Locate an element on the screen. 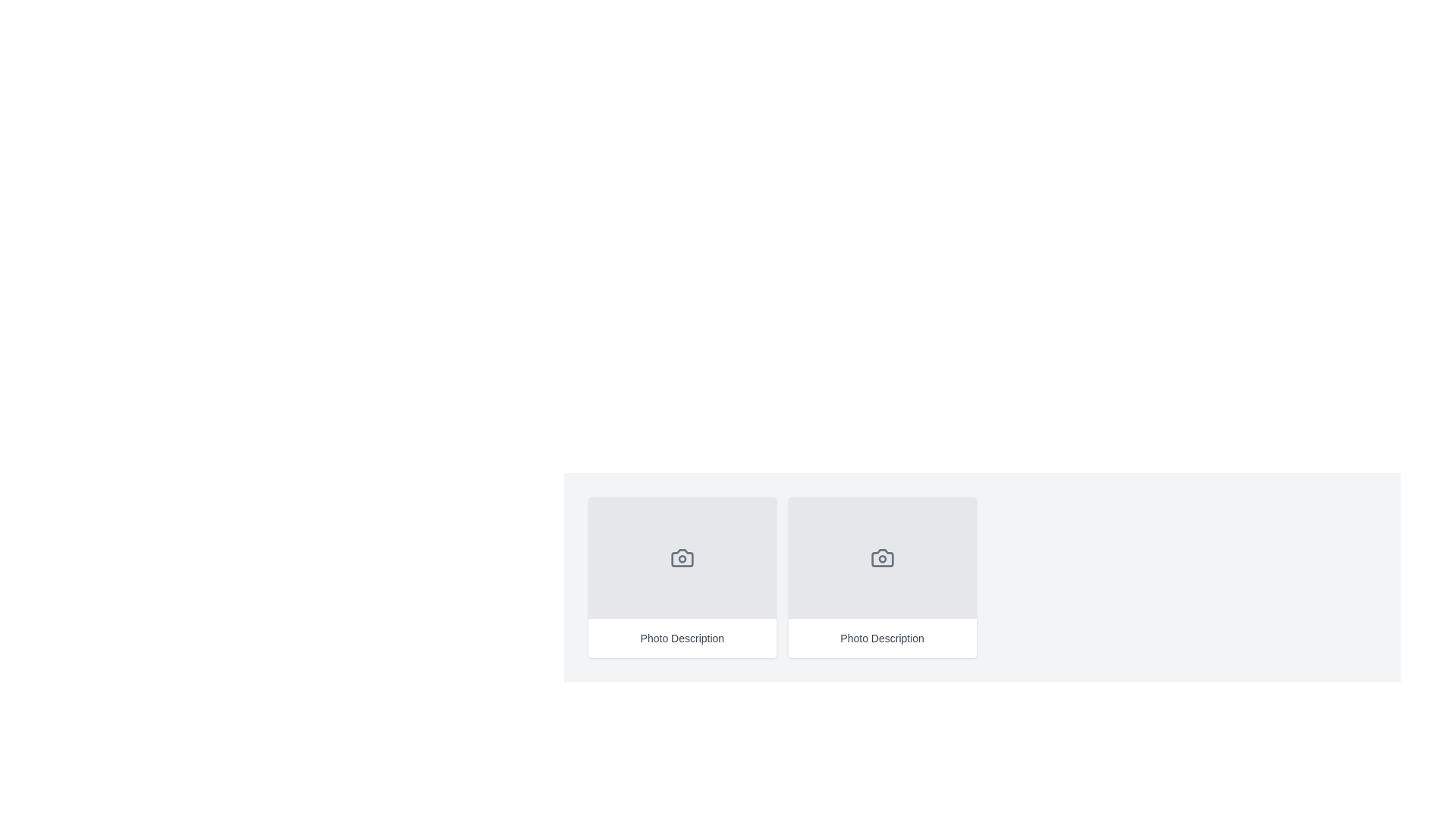 Image resolution: width=1456 pixels, height=819 pixels. the camera icon, which is styled with a gray color and has a rounded-corner design, located within the first card from the left, accompanied by the label 'Photo Description' is located at coordinates (681, 558).